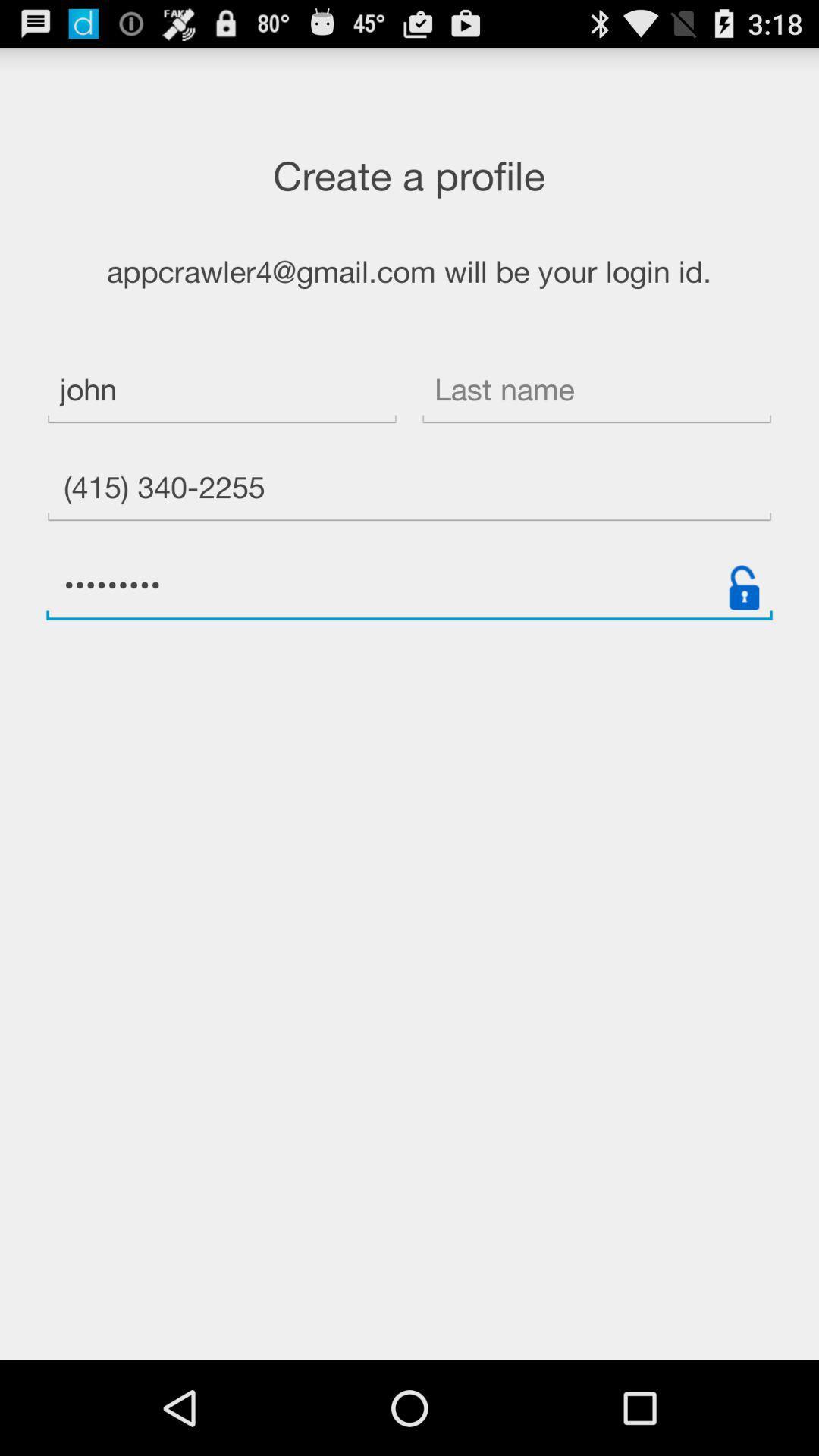 Image resolution: width=819 pixels, height=1456 pixels. Describe the element at coordinates (409, 490) in the screenshot. I see `the (415) 340-2255 icon` at that location.